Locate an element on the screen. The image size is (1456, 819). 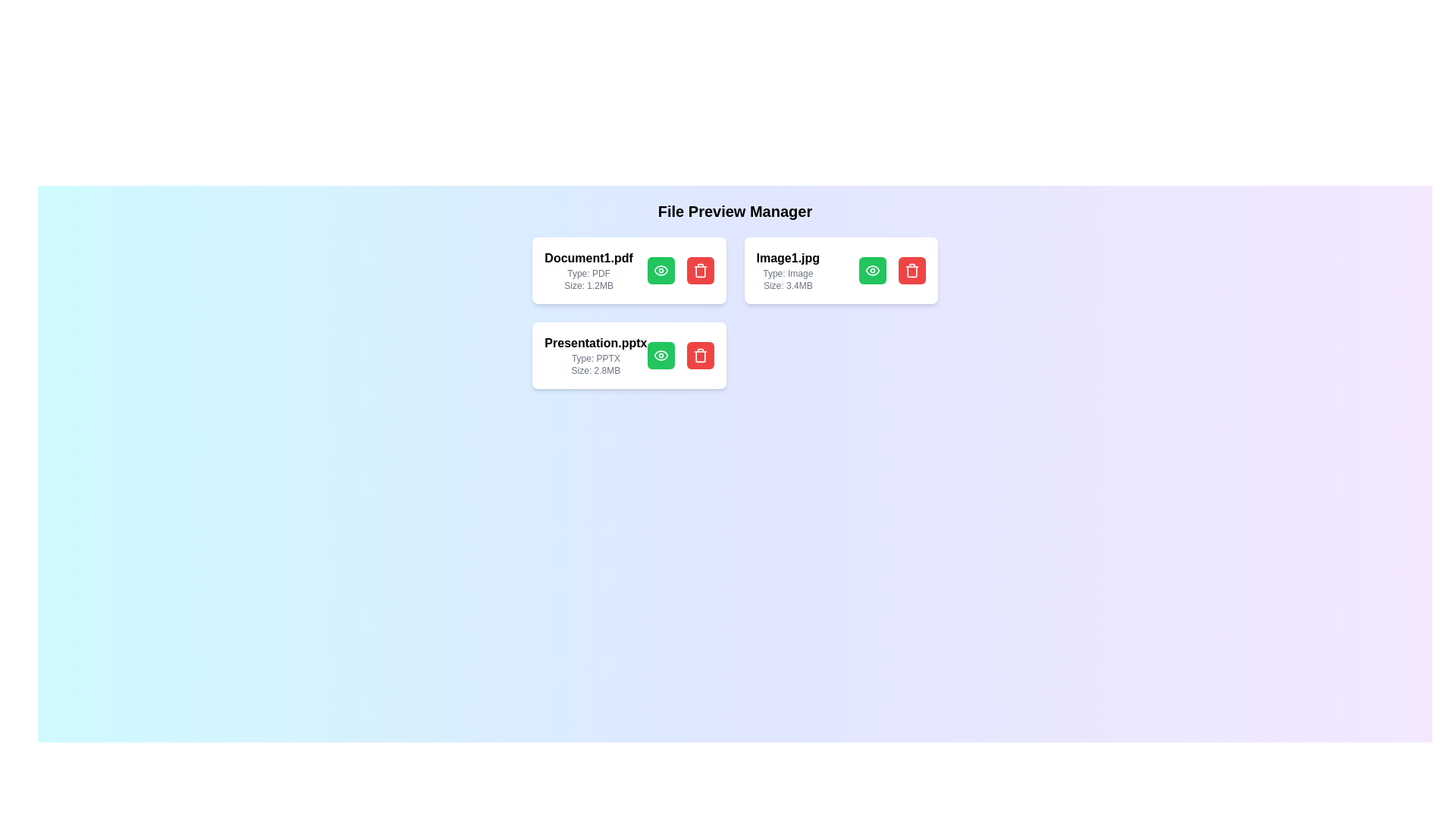
the red button with a trash icon to initiate a delete action for the associated file or item is located at coordinates (699, 270).